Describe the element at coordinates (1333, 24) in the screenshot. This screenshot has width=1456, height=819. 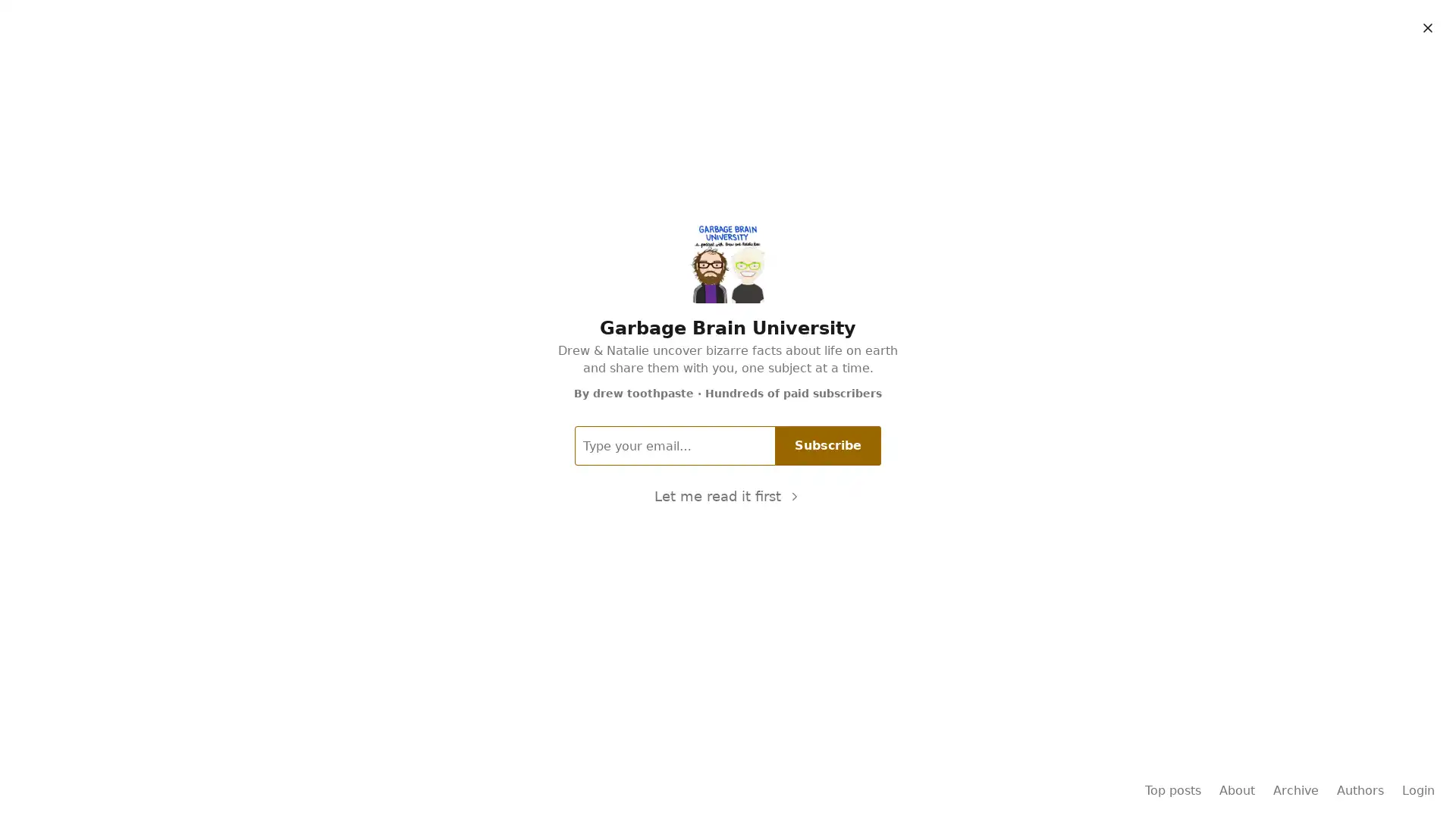
I see `Subscribe` at that location.